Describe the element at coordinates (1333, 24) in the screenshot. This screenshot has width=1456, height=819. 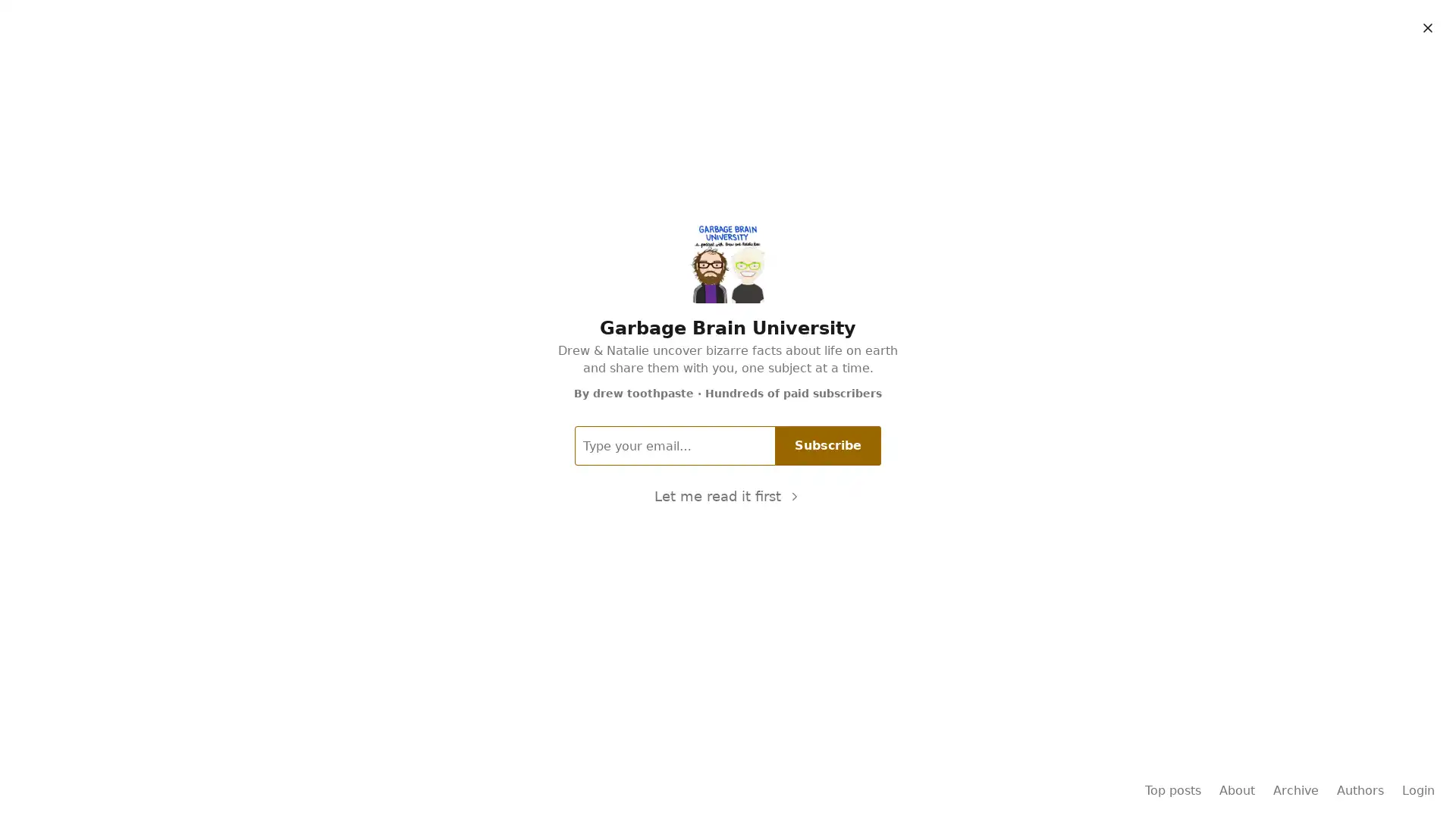
I see `Subscribe` at that location.